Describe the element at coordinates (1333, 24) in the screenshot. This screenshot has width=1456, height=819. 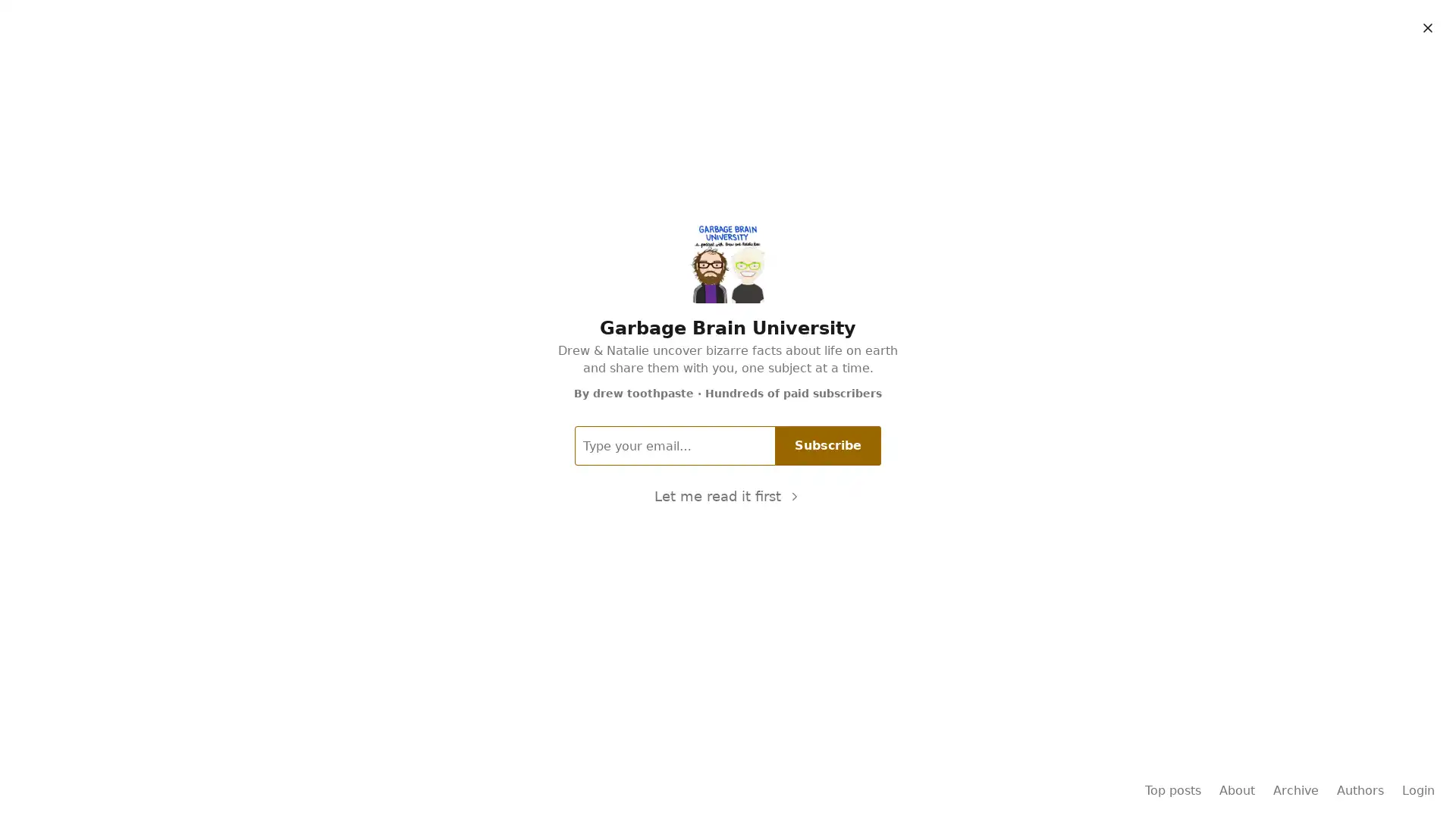
I see `Subscribe` at that location.